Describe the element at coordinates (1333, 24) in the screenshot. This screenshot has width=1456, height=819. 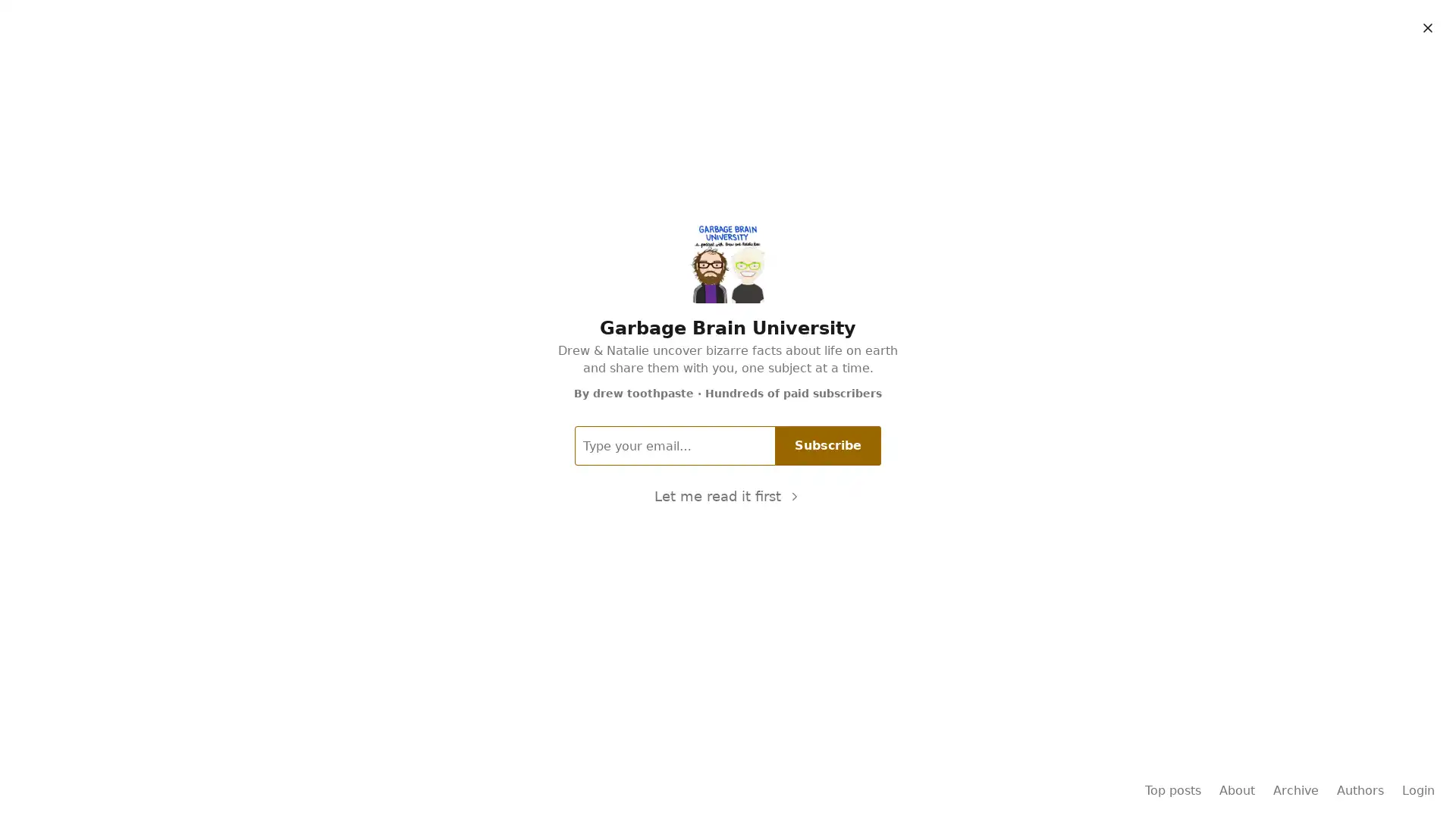
I see `Subscribe` at that location.